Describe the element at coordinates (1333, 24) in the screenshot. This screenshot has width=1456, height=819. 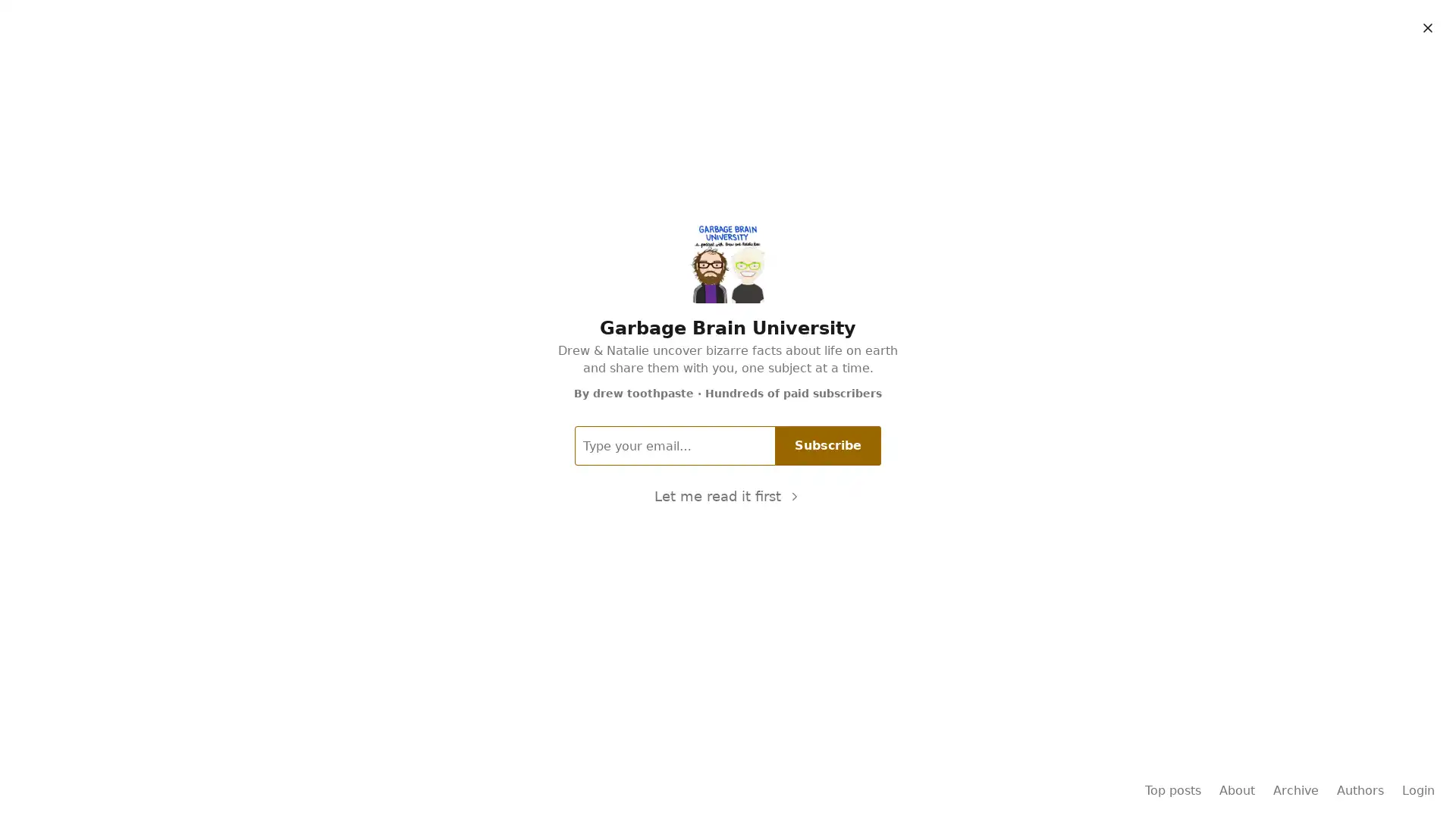
I see `Subscribe` at that location.